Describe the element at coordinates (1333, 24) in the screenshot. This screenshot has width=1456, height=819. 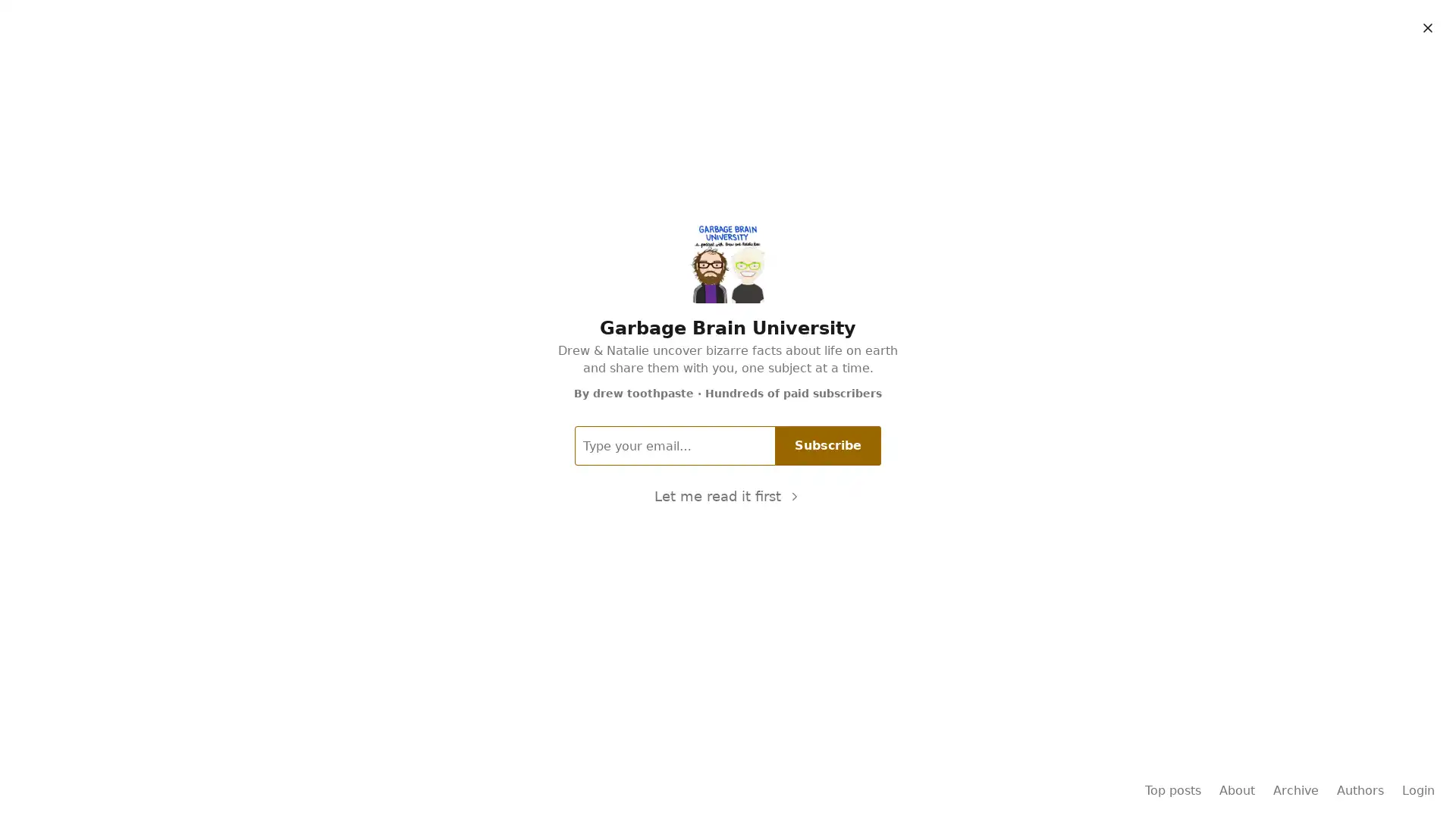
I see `Subscribe` at that location.